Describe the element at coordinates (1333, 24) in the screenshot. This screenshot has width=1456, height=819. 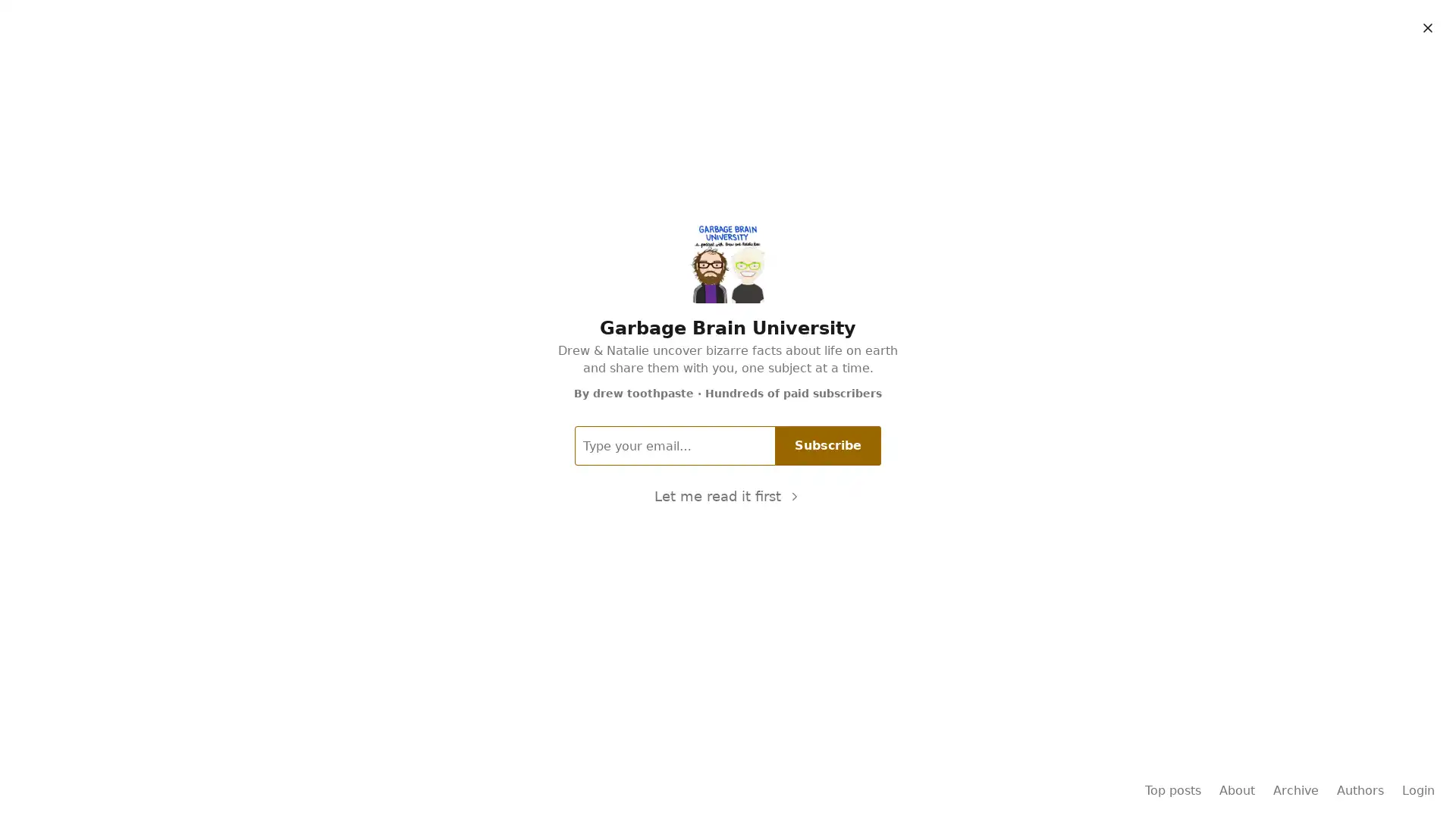
I see `Subscribe` at that location.